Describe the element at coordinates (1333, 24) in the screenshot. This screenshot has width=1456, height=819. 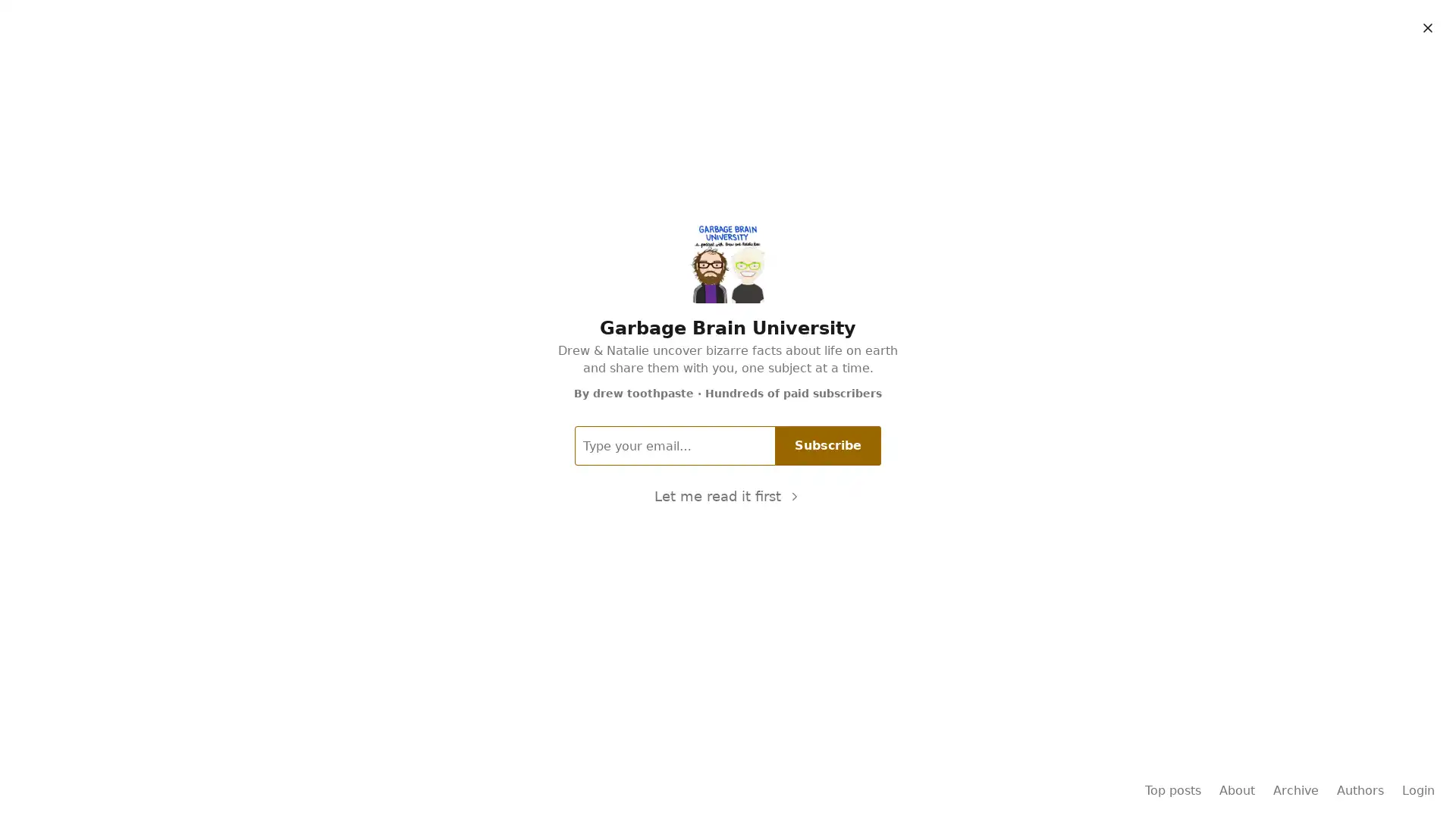
I see `Subscribe` at that location.